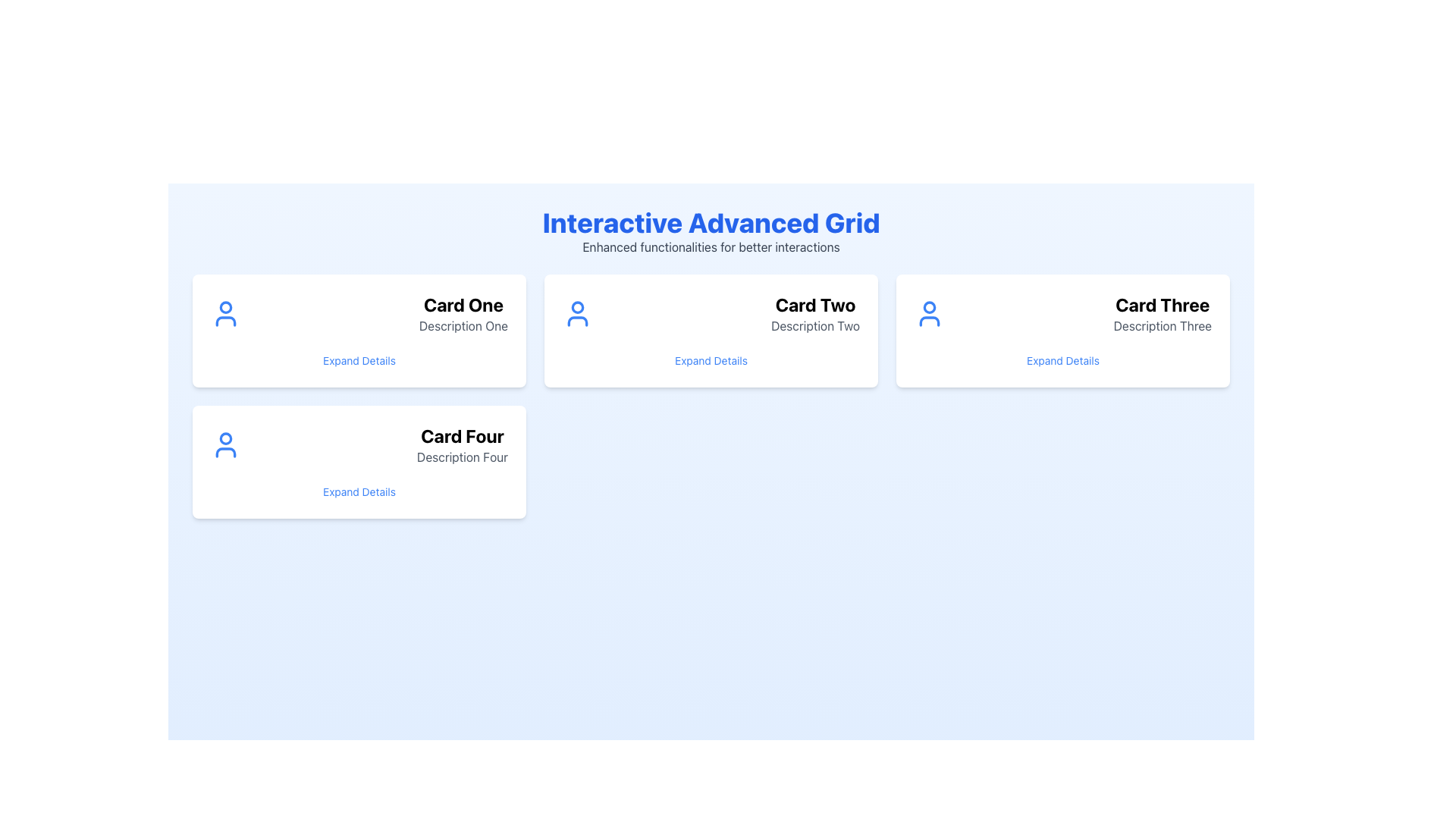  What do you see at coordinates (224, 312) in the screenshot?
I see `the user avatar SVG icon located in the top-left corner of 'Card One' for interaction` at bounding box center [224, 312].